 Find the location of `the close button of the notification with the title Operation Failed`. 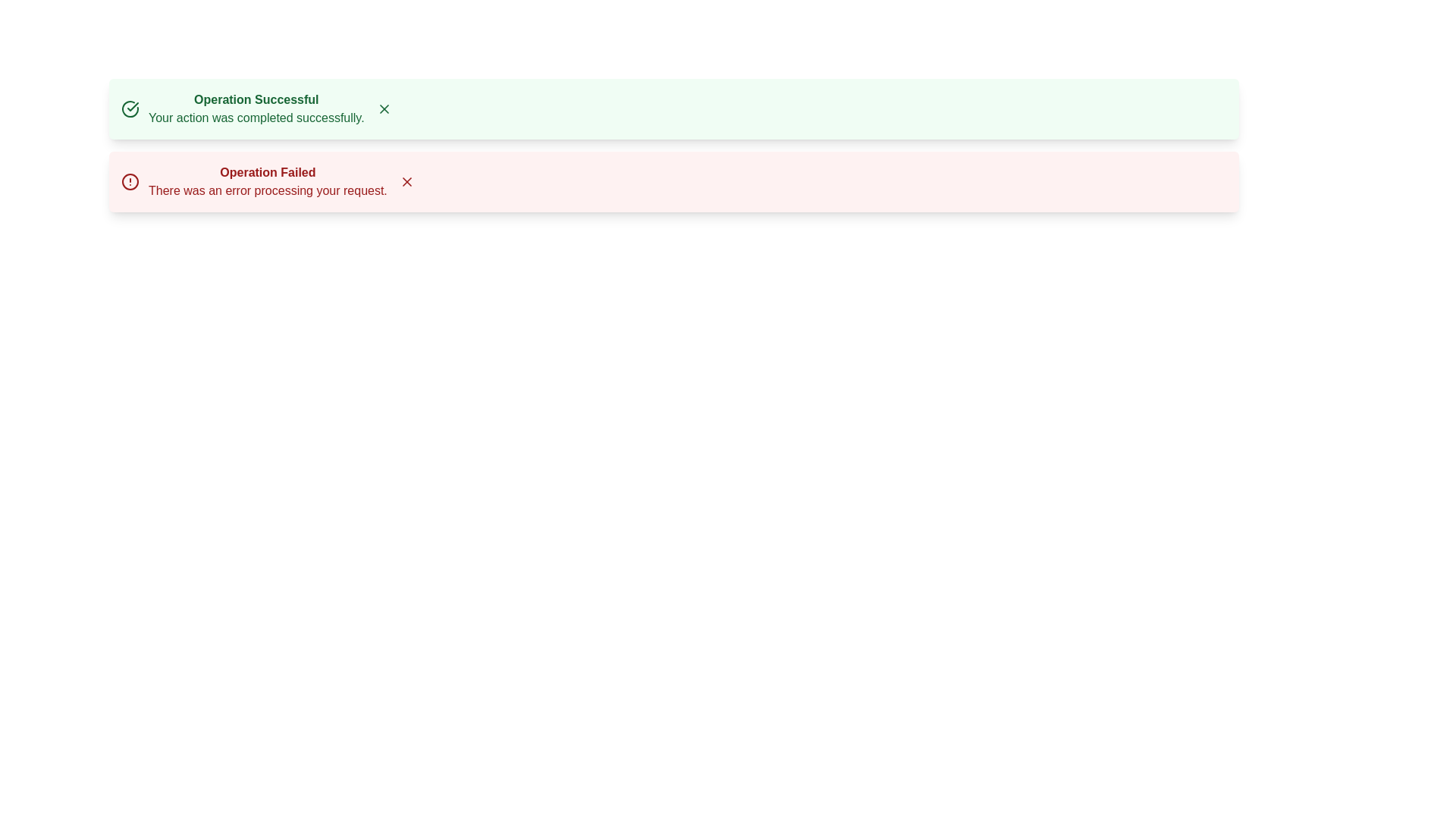

the close button of the notification with the title Operation Failed is located at coordinates (406, 180).